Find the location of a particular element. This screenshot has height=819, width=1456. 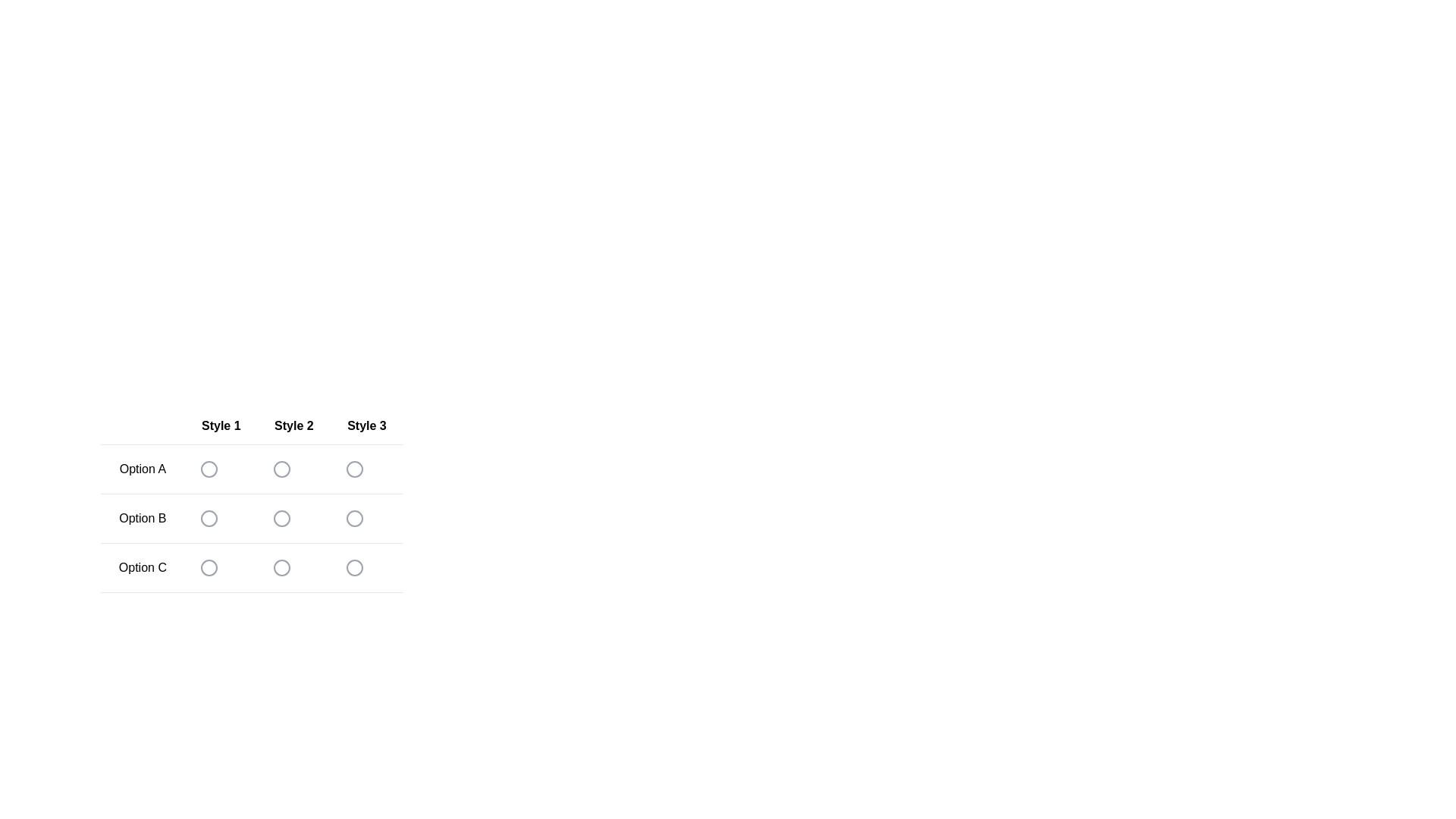

the text label that serves as a descriptor for the corresponding row, located below 'Option B' and above the next component is located at coordinates (143, 567).